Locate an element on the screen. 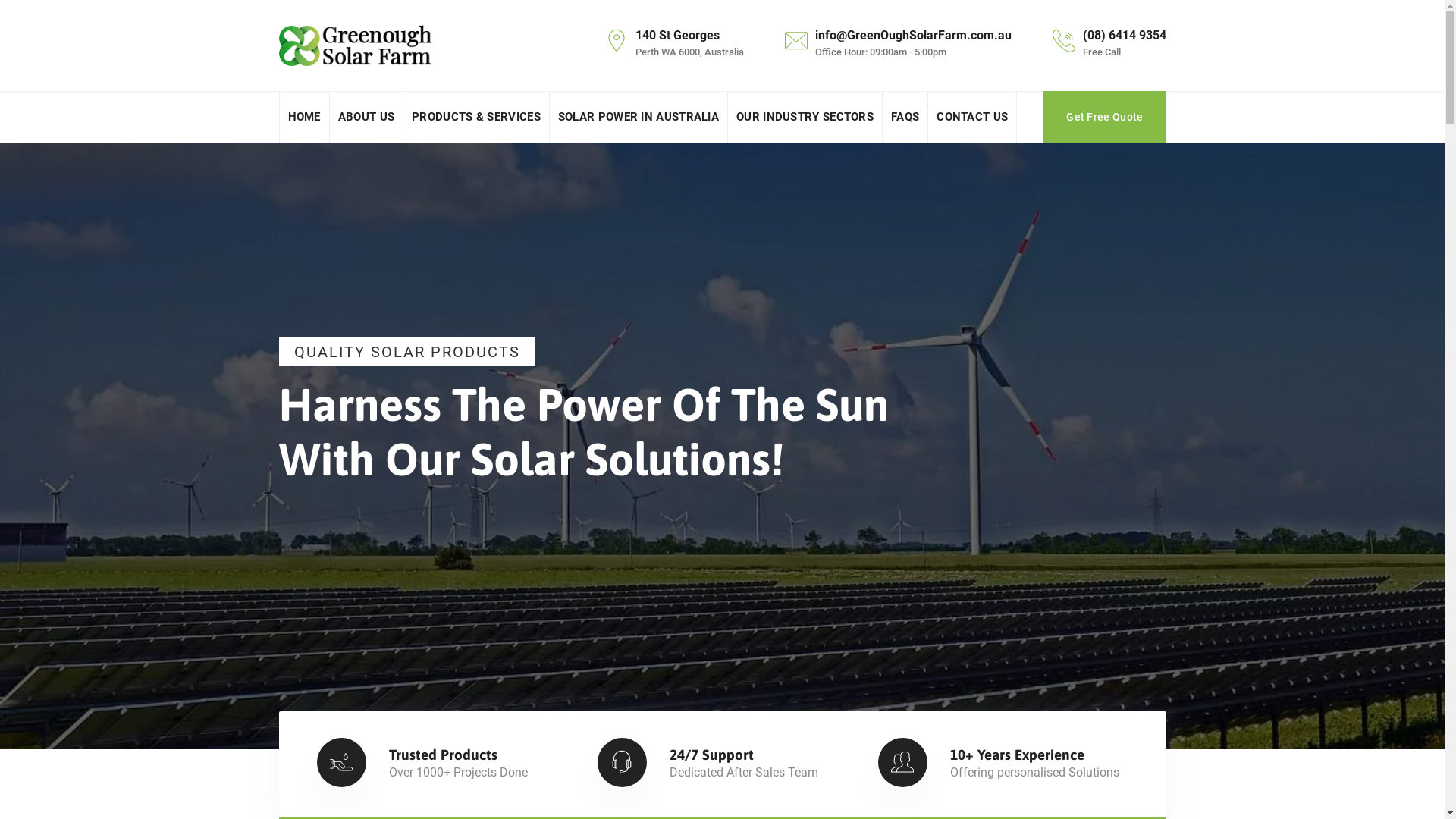 The height and width of the screenshot is (819, 1456). 'CONTACT US' is located at coordinates (971, 116).